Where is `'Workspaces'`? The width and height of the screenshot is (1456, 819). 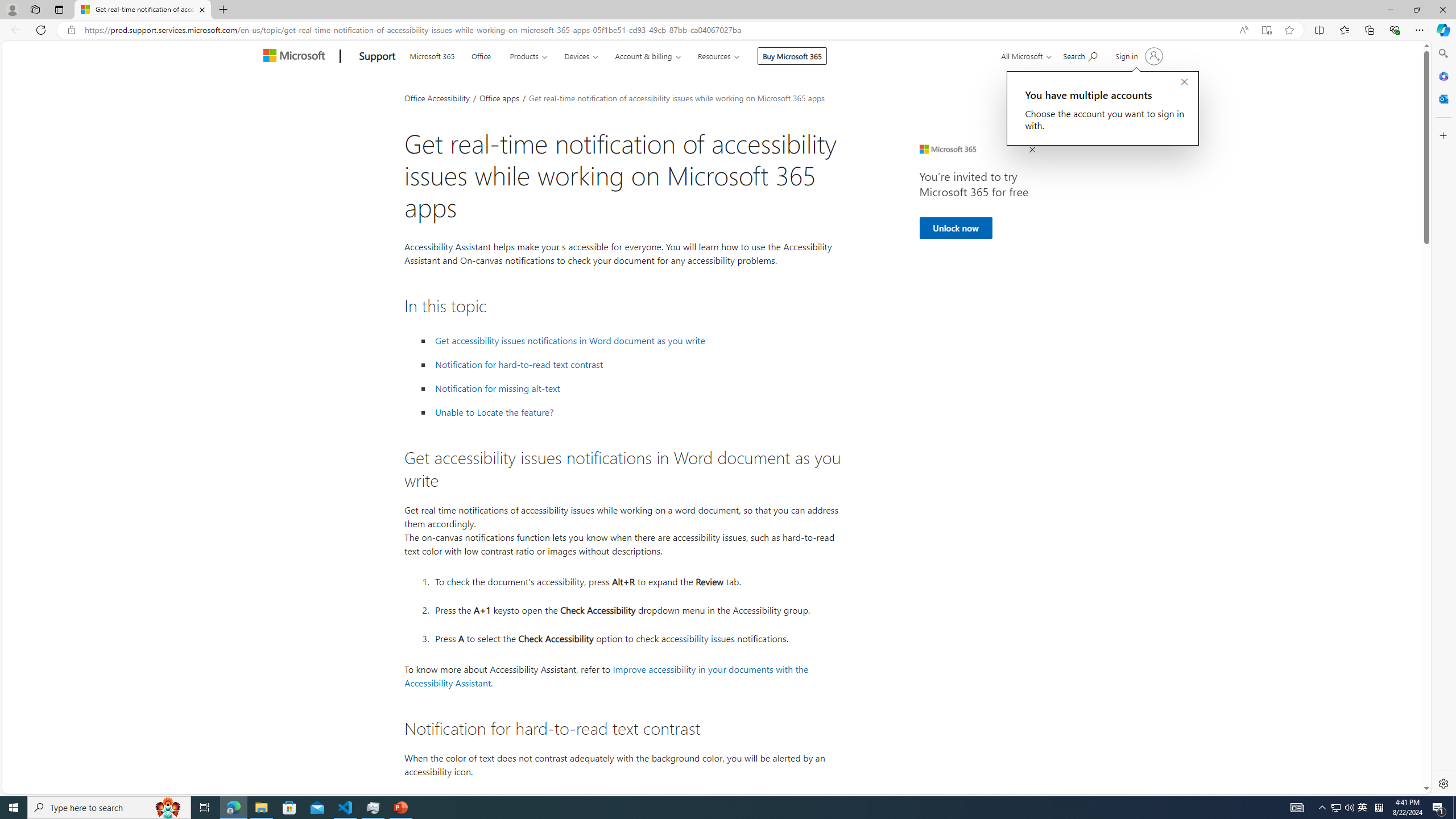
'Workspaces' is located at coordinates (35, 9).